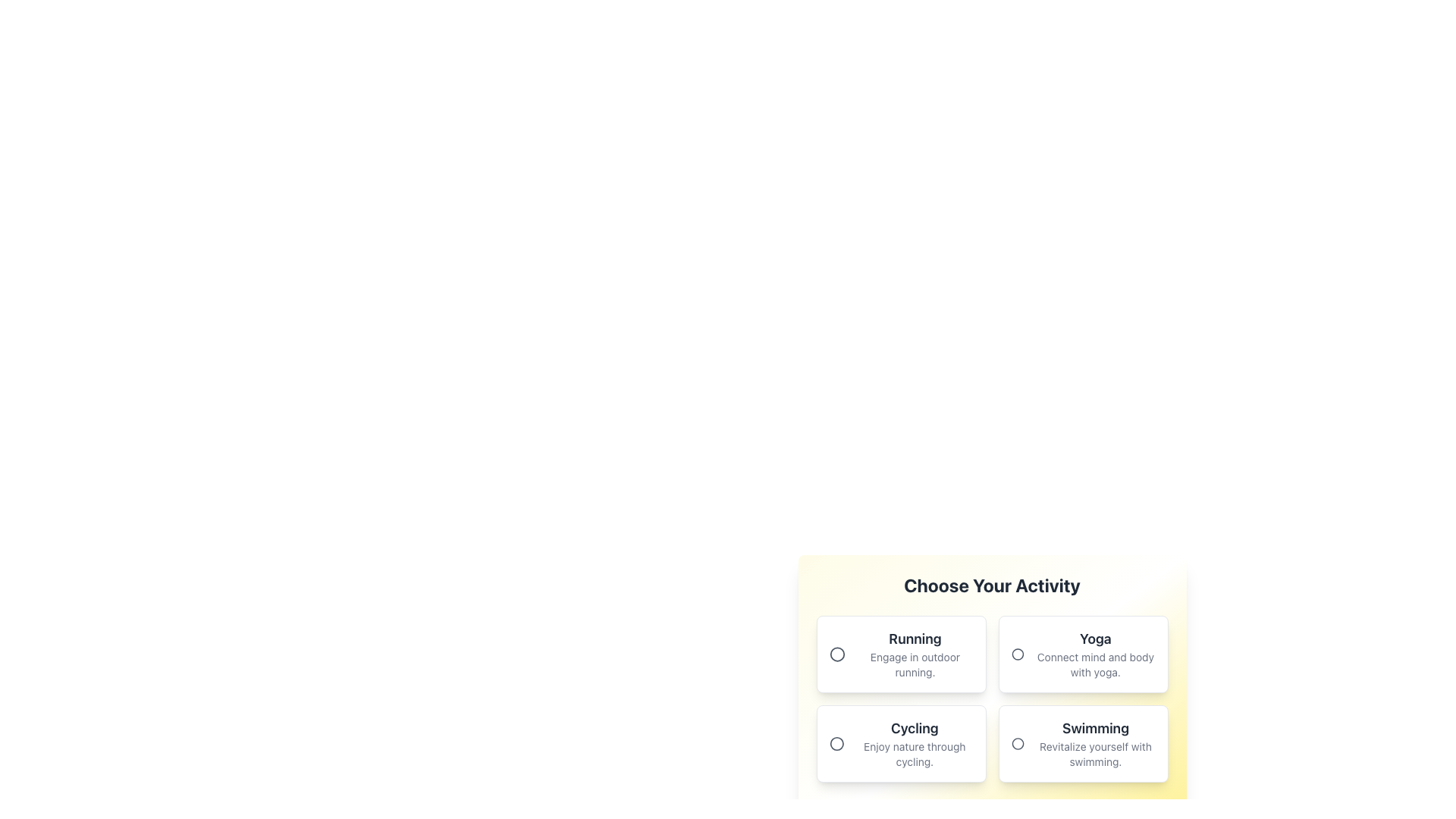 Image resolution: width=1456 pixels, height=819 pixels. I want to click on the title text element located at the top section of the card-like component with a light yellow gradient background, which guides the user to choose their preferred activity, so click(992, 584).